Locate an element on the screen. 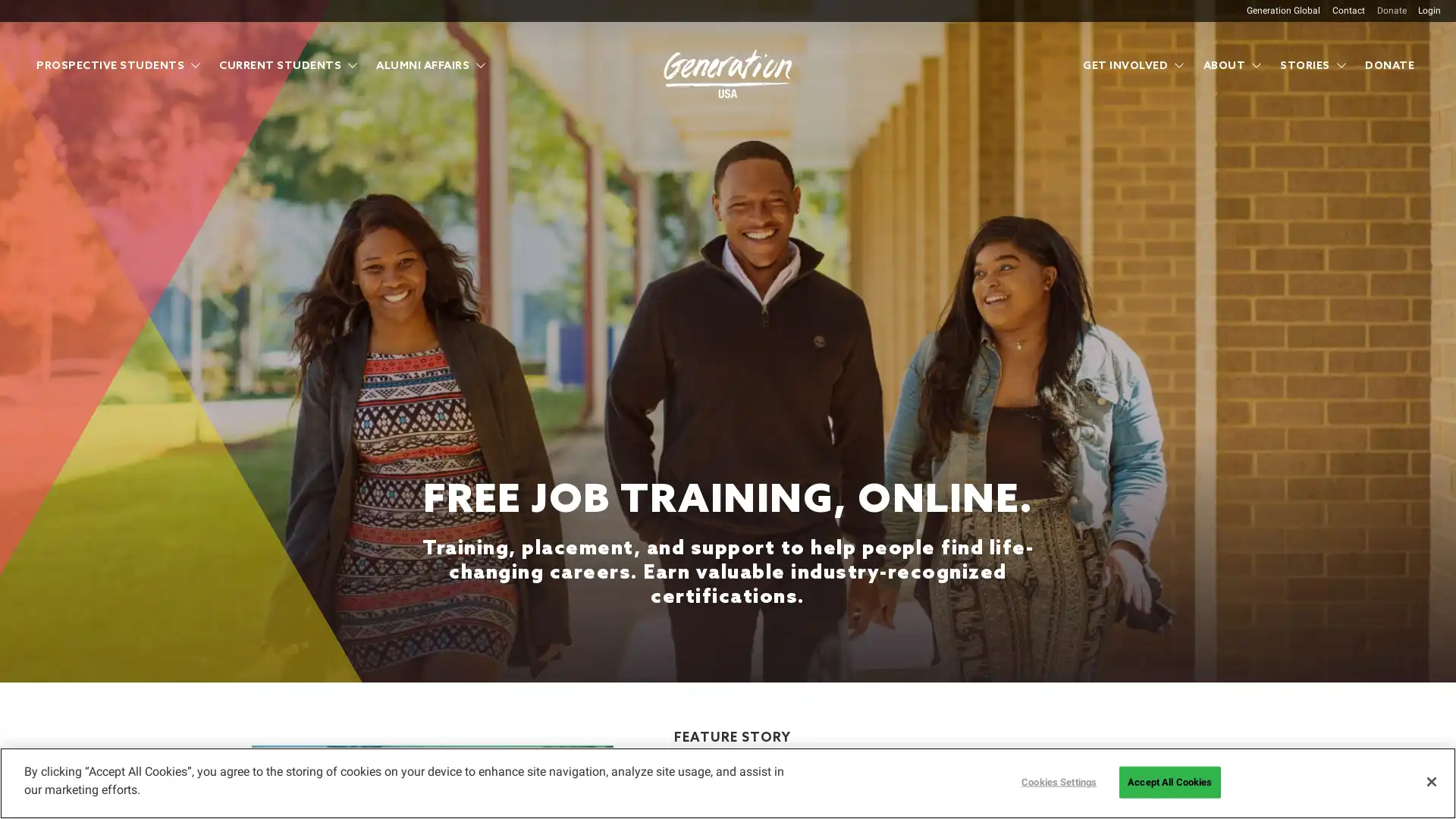 This screenshot has width=1456, height=819. Show submenu for Current Students is located at coordinates (351, 64).